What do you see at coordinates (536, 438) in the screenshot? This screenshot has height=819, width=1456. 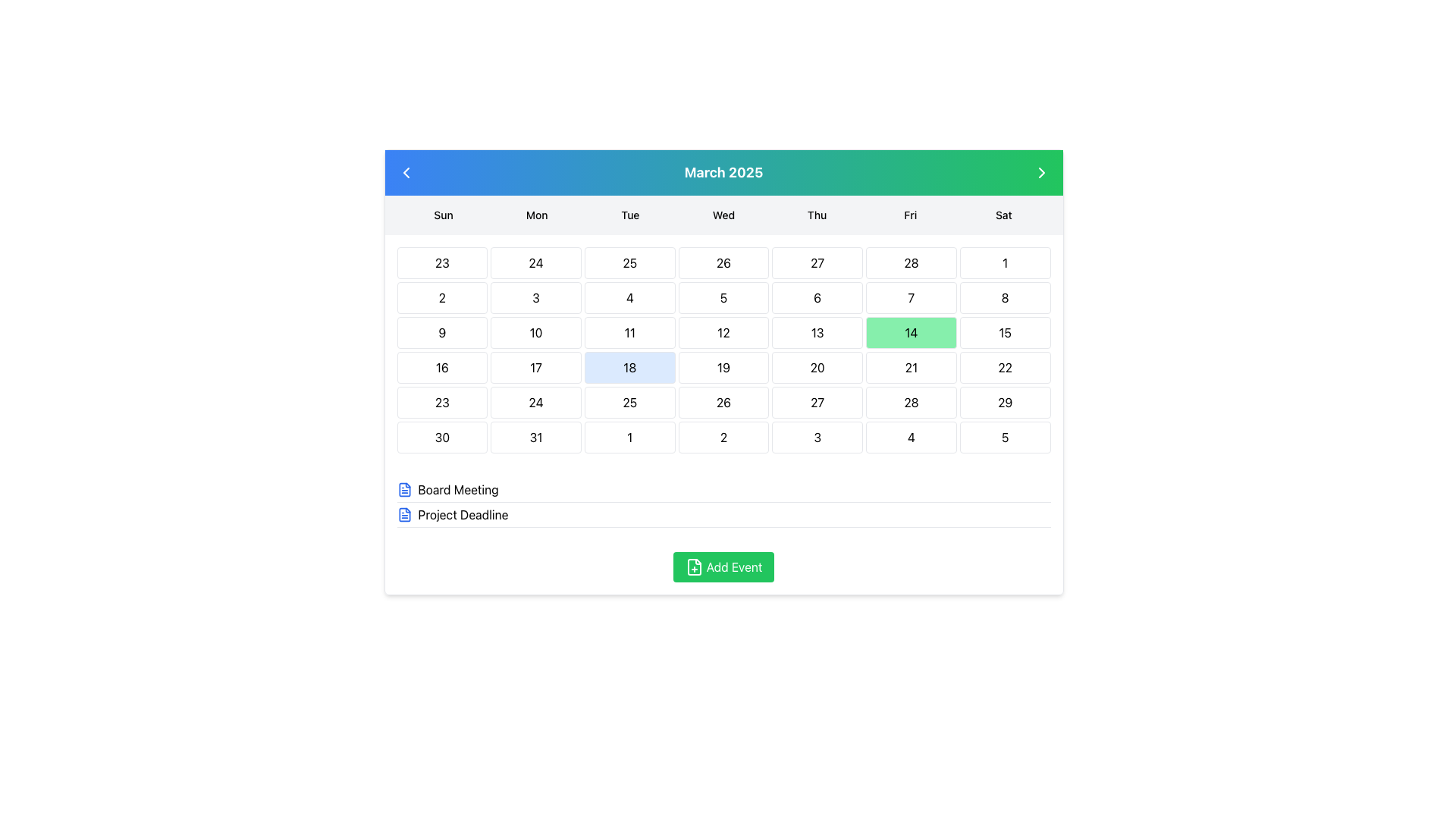 I see `the rectangular button labeled '31' located in the sixth row and second column of the calendar grid under 'Mon'` at bounding box center [536, 438].